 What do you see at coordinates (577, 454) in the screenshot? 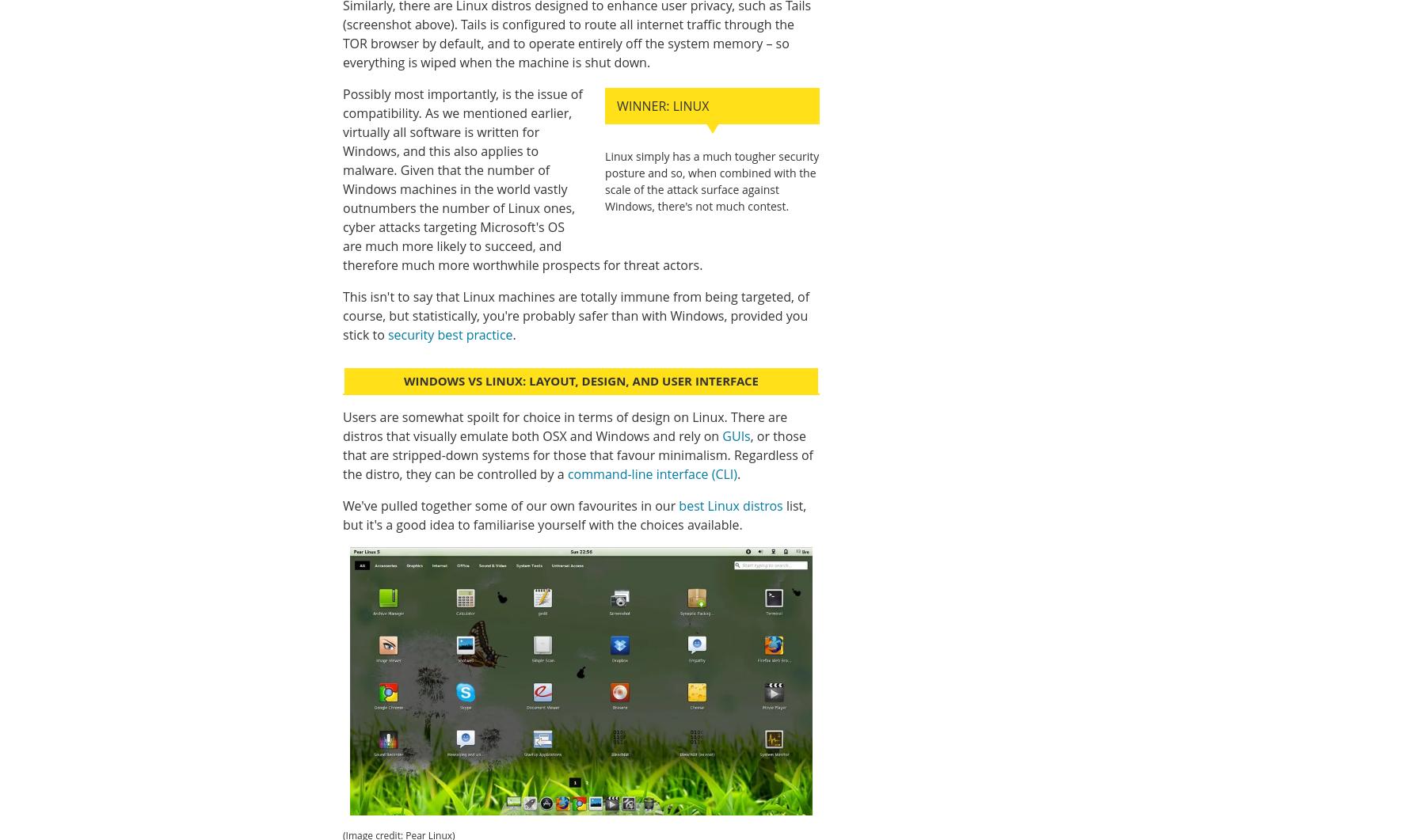
I see `', or those that are stripped-down systems for those that favour minimalism. Regardless of the distro, they can be controlled by a'` at bounding box center [577, 454].